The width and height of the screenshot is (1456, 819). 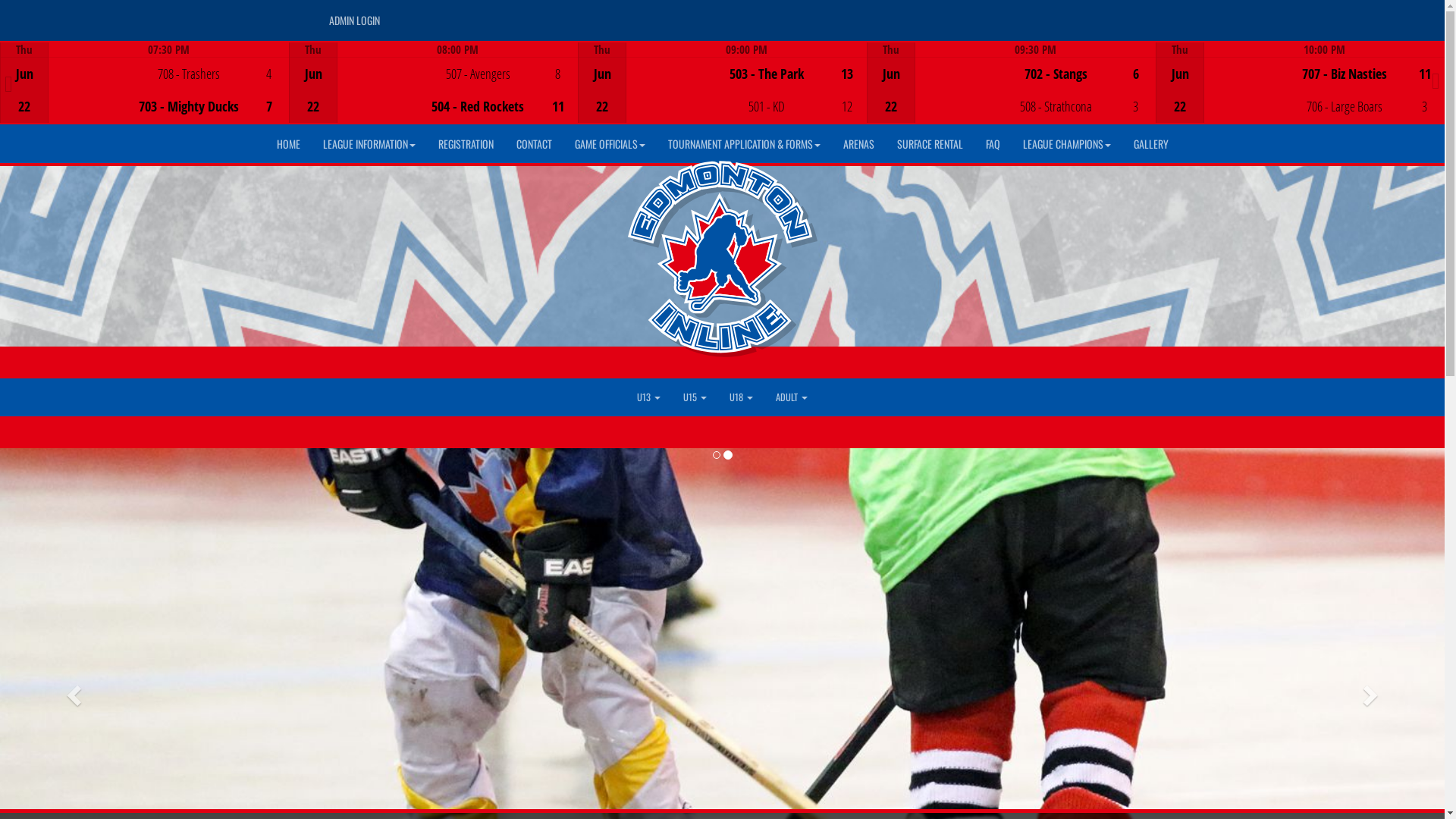 What do you see at coordinates (790, 397) in the screenshot?
I see `'ADULT'` at bounding box center [790, 397].